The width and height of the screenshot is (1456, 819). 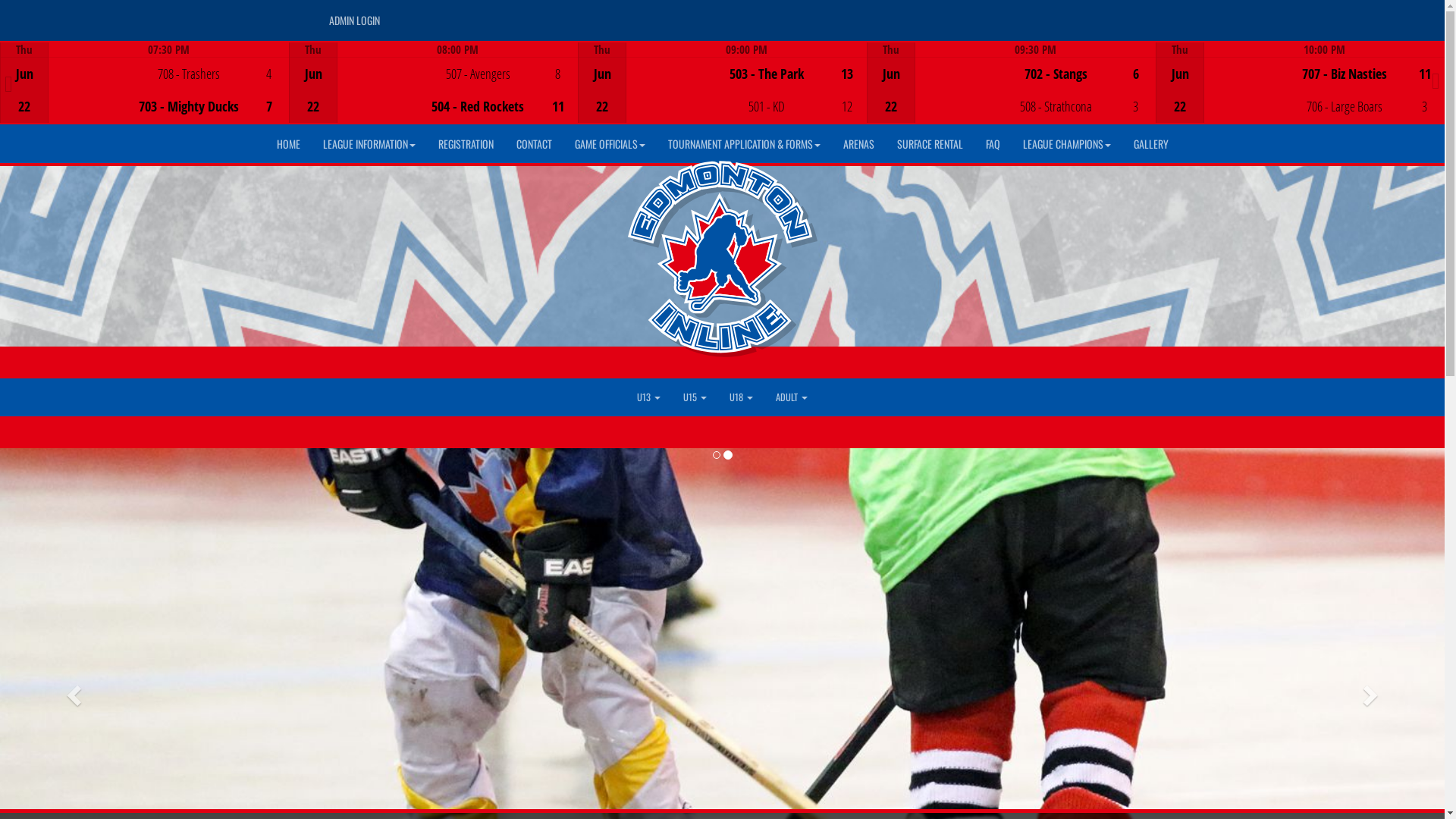 What do you see at coordinates (790, 397) in the screenshot?
I see `'ADULT'` at bounding box center [790, 397].